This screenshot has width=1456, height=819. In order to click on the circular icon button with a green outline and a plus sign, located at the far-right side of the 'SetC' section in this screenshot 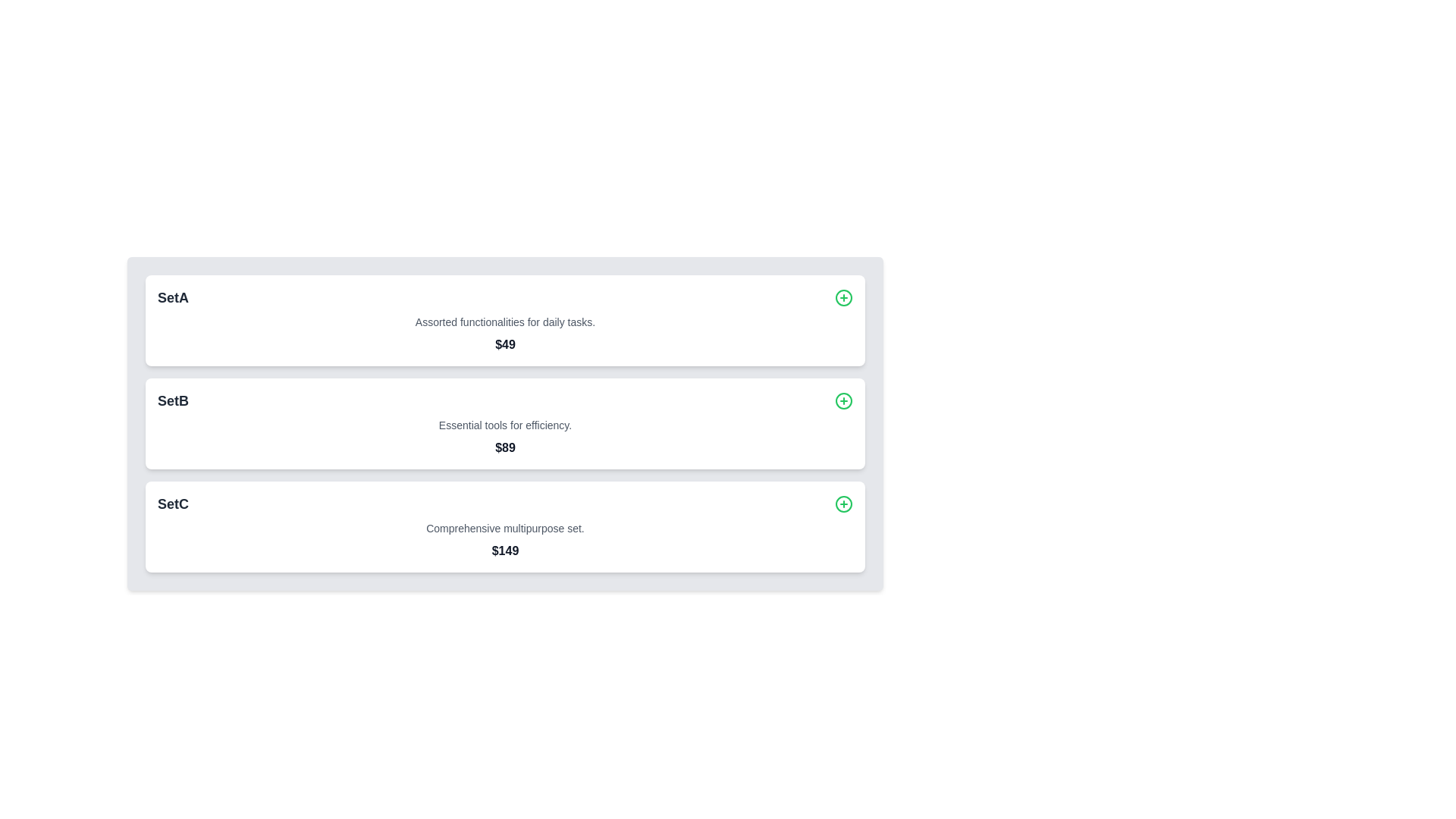, I will do `click(843, 504)`.